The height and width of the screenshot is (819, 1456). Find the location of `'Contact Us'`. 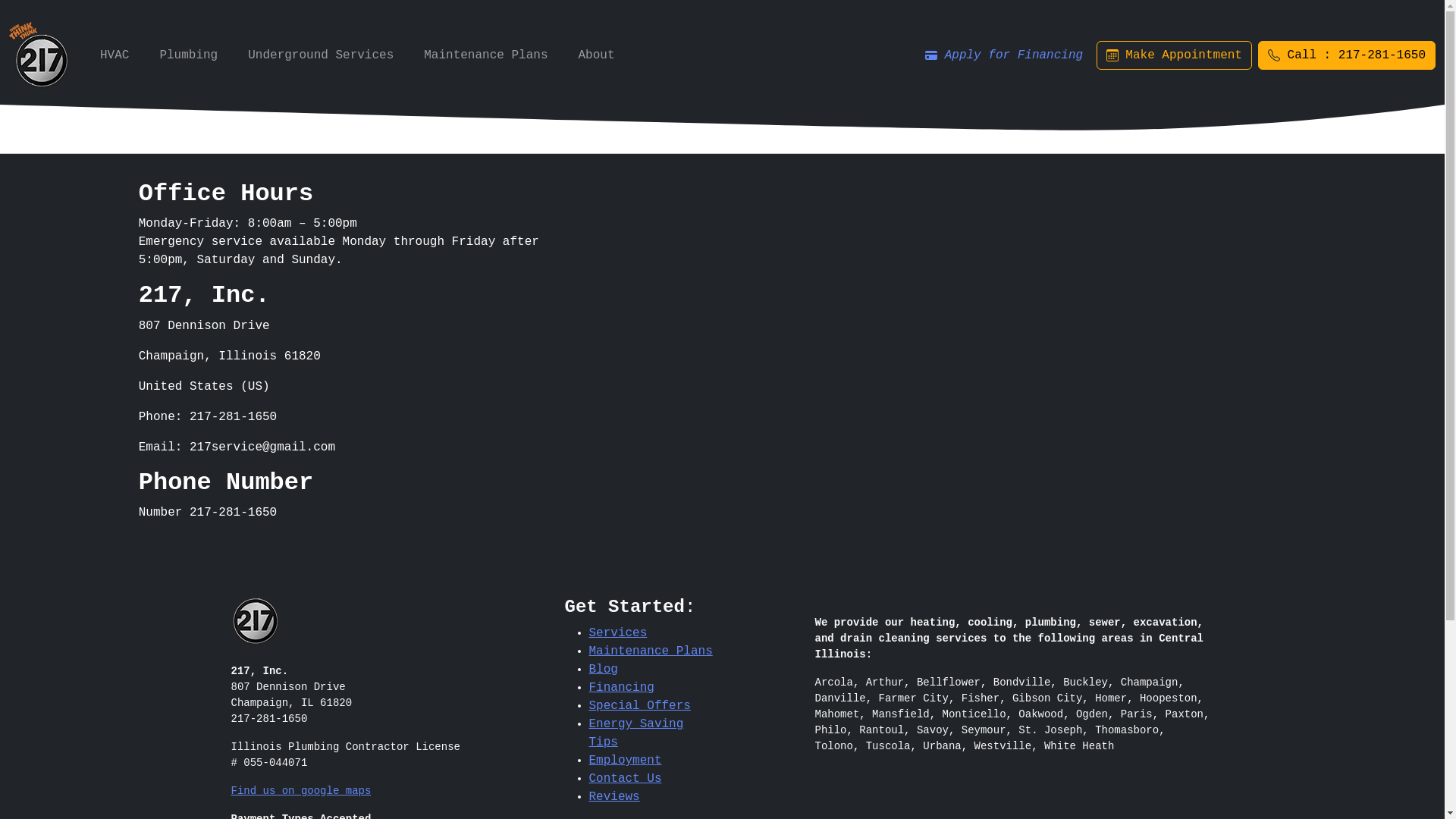

'Contact Us' is located at coordinates (625, 778).